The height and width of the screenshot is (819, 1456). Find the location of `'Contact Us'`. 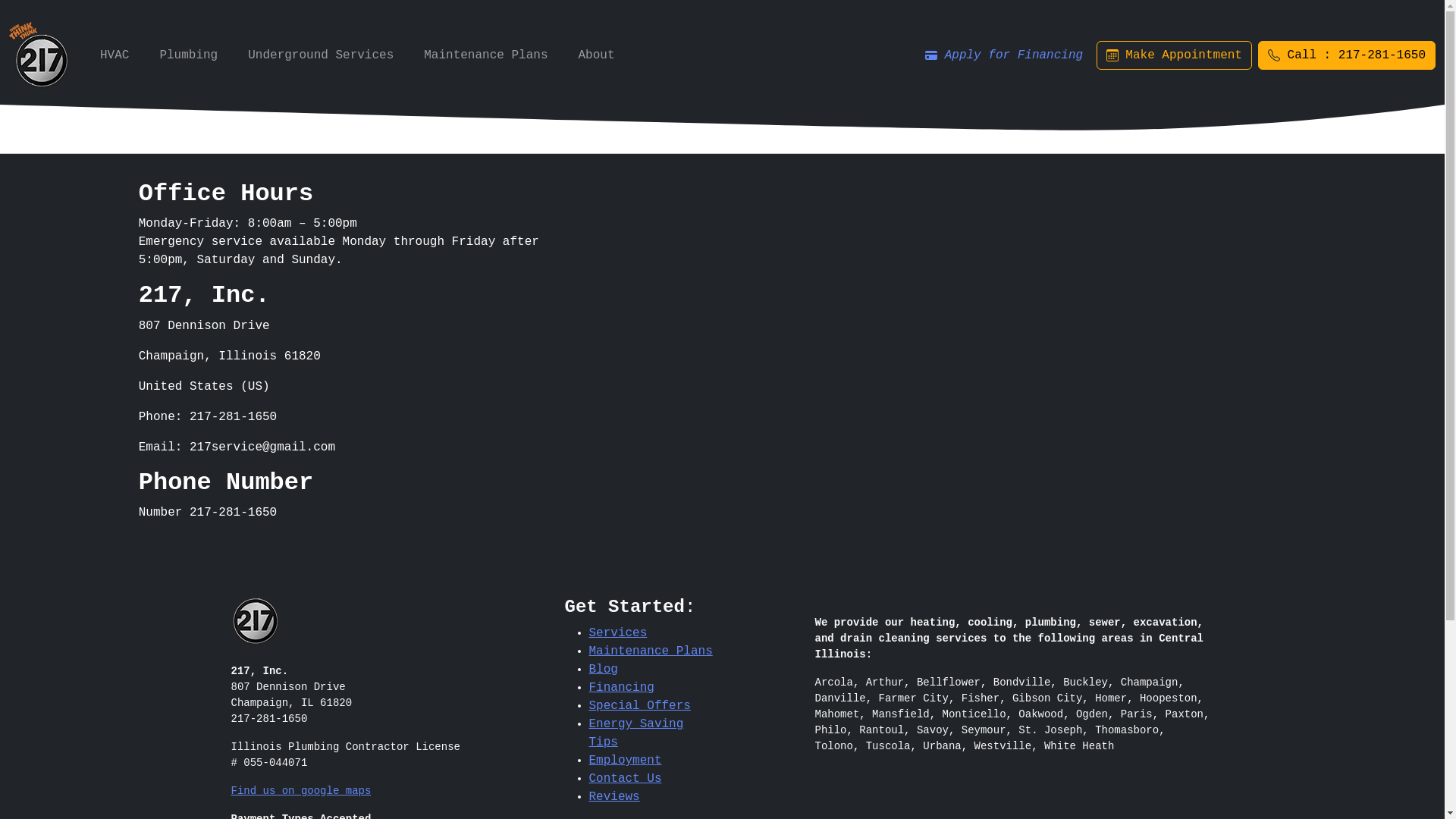

'Contact Us' is located at coordinates (625, 778).